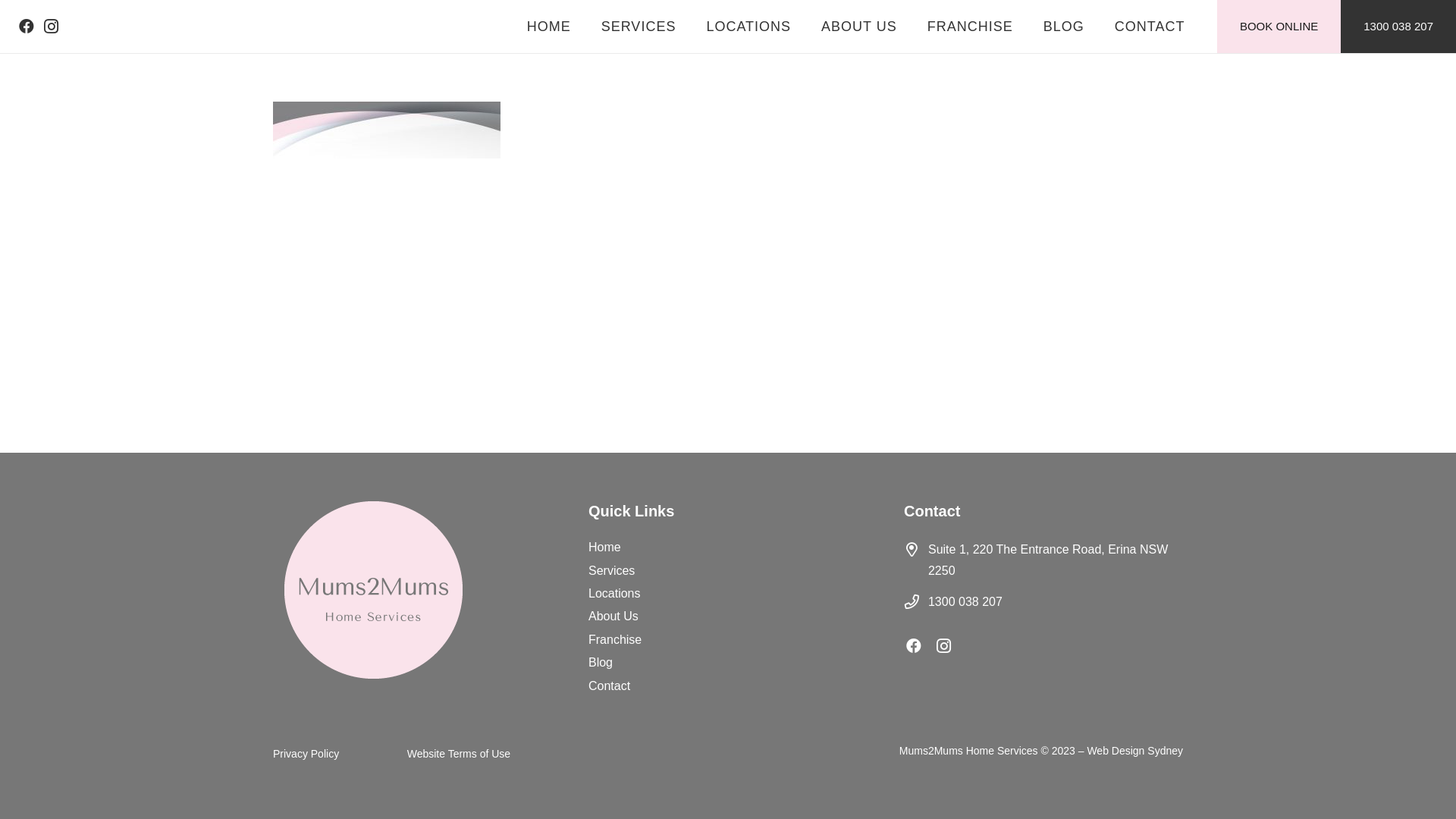 The width and height of the screenshot is (1456, 819). Describe the element at coordinates (935, 646) in the screenshot. I see `'Instagram'` at that location.